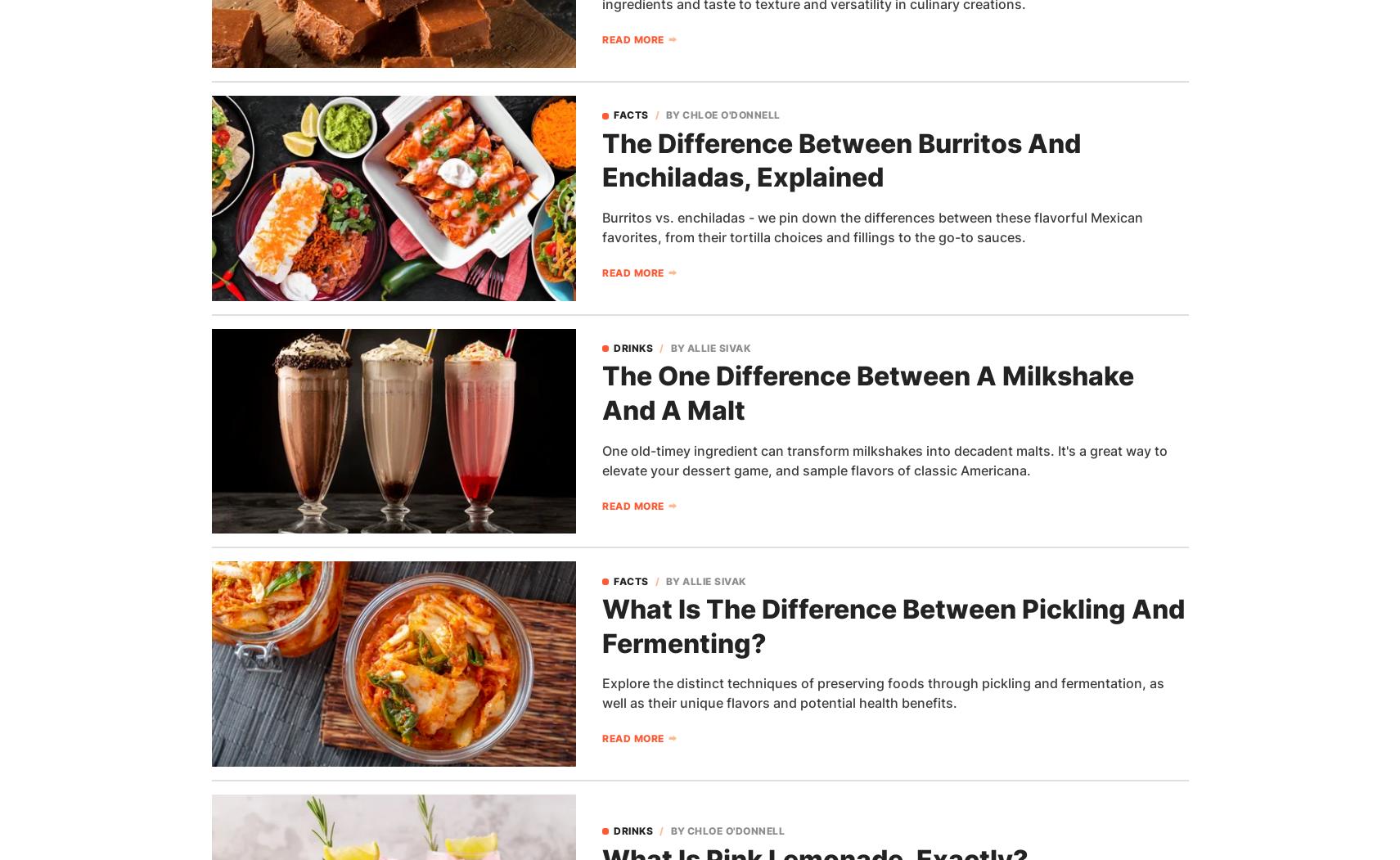  What do you see at coordinates (885, 458) in the screenshot?
I see `'One old-timey ingredient can transform milkshakes into decadent malts. It's a great way to elevate your dessert game, and sample flavors of classic Americana.'` at bounding box center [885, 458].